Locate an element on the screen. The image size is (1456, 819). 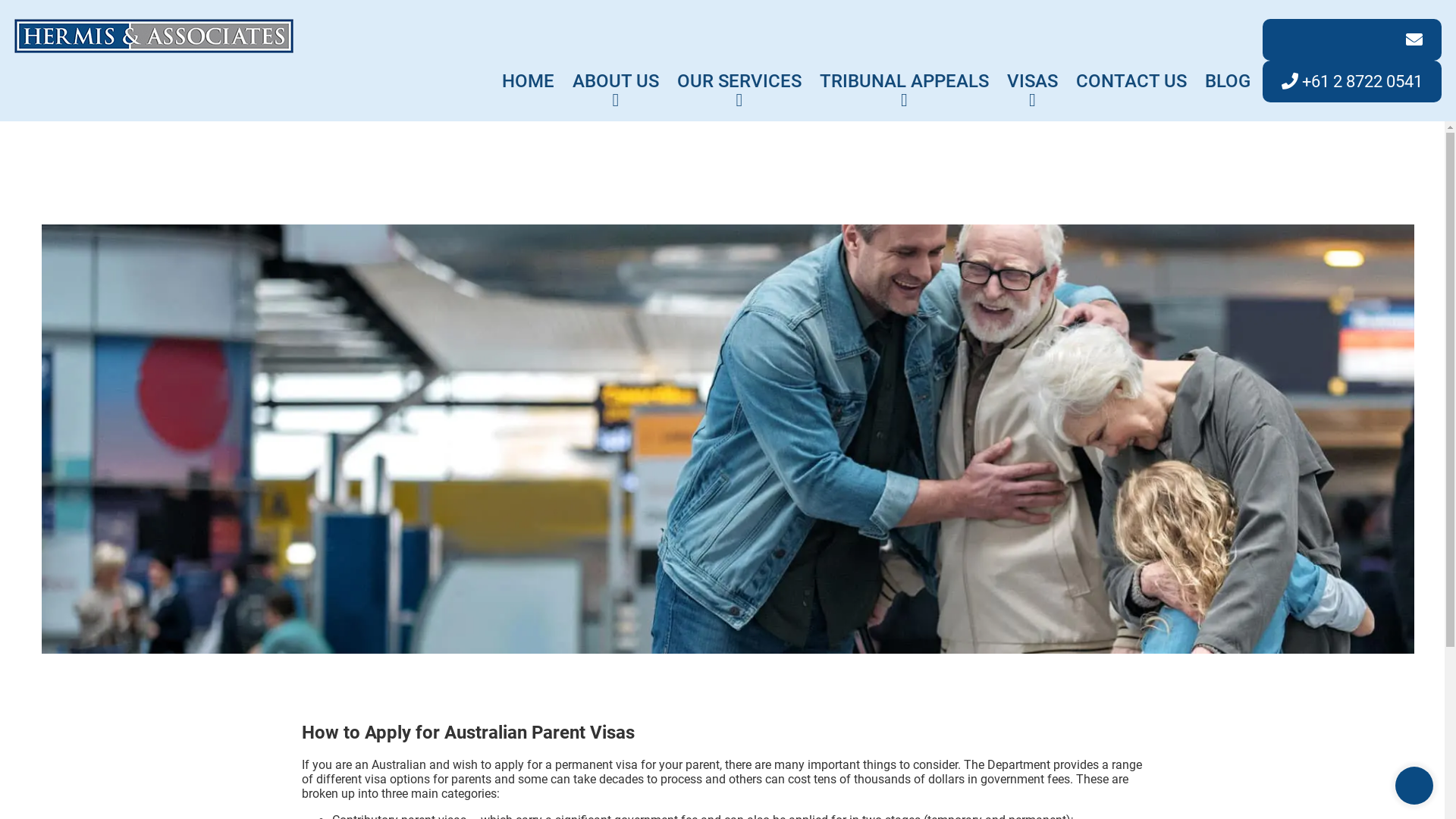
'VISAS' is located at coordinates (1031, 73).